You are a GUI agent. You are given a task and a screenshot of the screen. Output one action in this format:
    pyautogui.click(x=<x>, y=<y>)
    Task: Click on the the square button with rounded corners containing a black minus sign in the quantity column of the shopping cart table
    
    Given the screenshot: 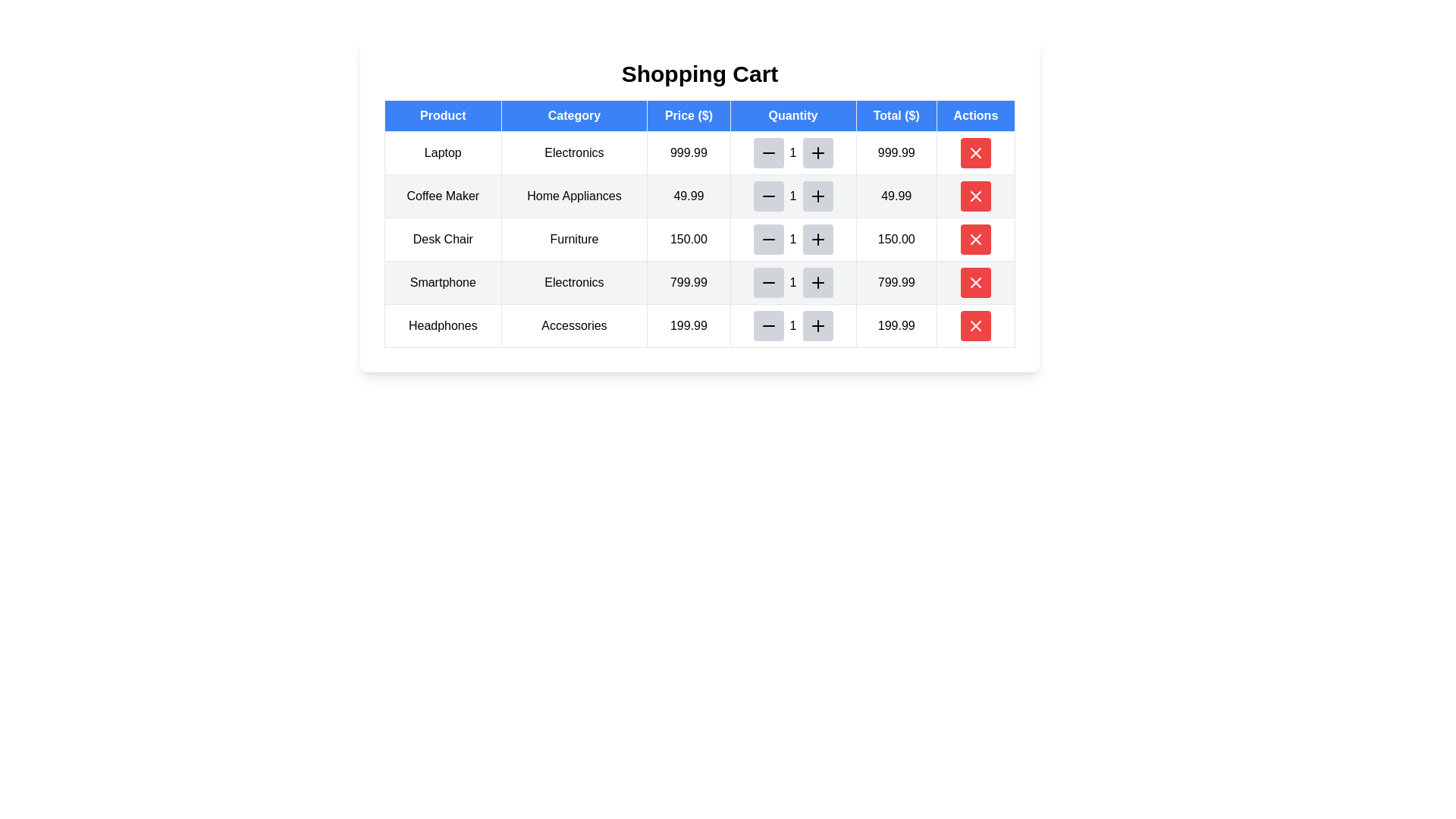 What is the action you would take?
    pyautogui.click(x=768, y=195)
    